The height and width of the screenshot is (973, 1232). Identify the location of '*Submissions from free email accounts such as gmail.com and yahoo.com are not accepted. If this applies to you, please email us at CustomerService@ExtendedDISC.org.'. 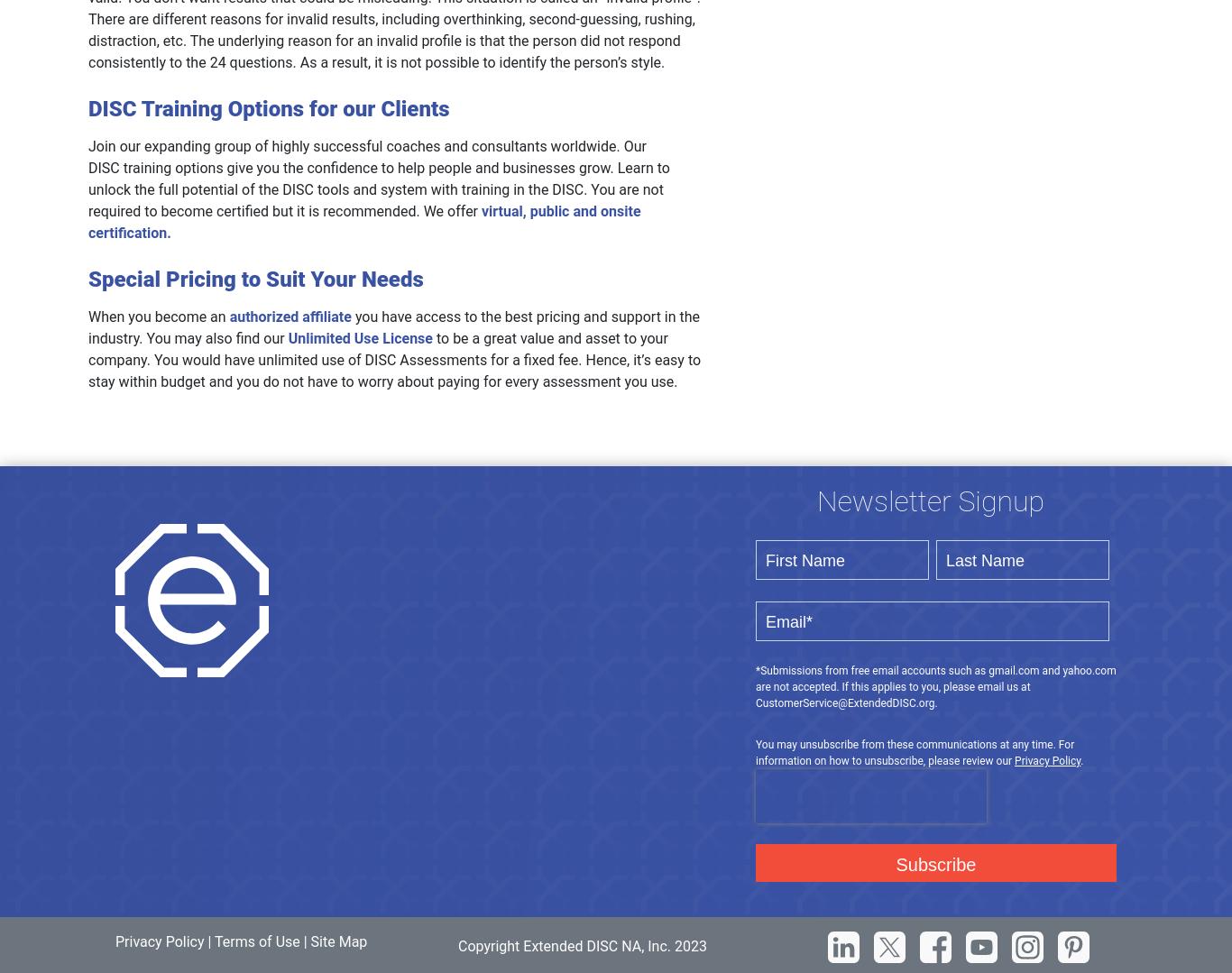
(934, 686).